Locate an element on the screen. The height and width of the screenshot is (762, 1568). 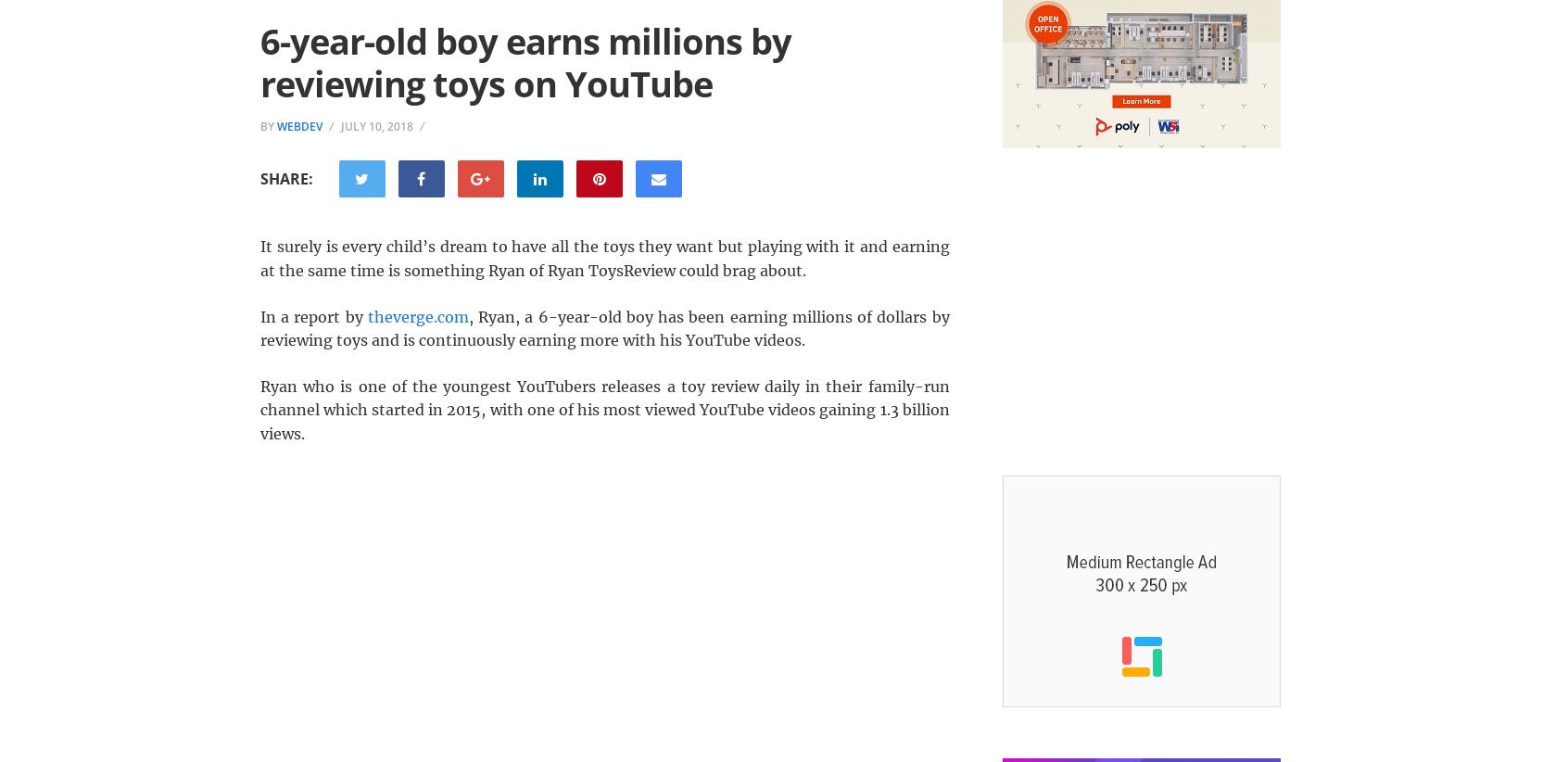
'by' is located at coordinates (268, 126).